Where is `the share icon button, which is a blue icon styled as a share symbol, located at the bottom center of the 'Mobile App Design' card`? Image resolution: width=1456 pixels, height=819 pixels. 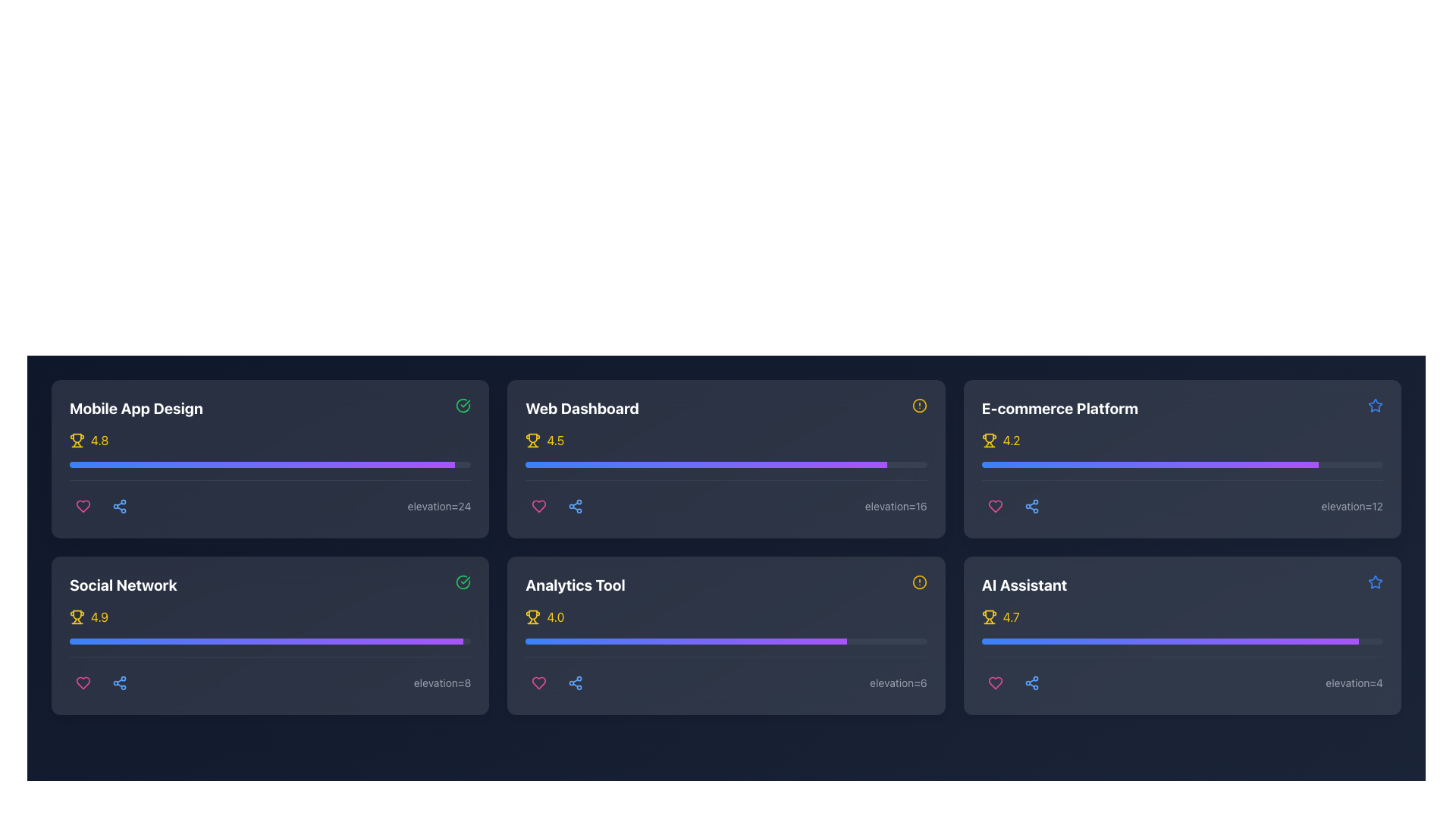 the share icon button, which is a blue icon styled as a share symbol, located at the bottom center of the 'Mobile App Design' card is located at coordinates (119, 683).